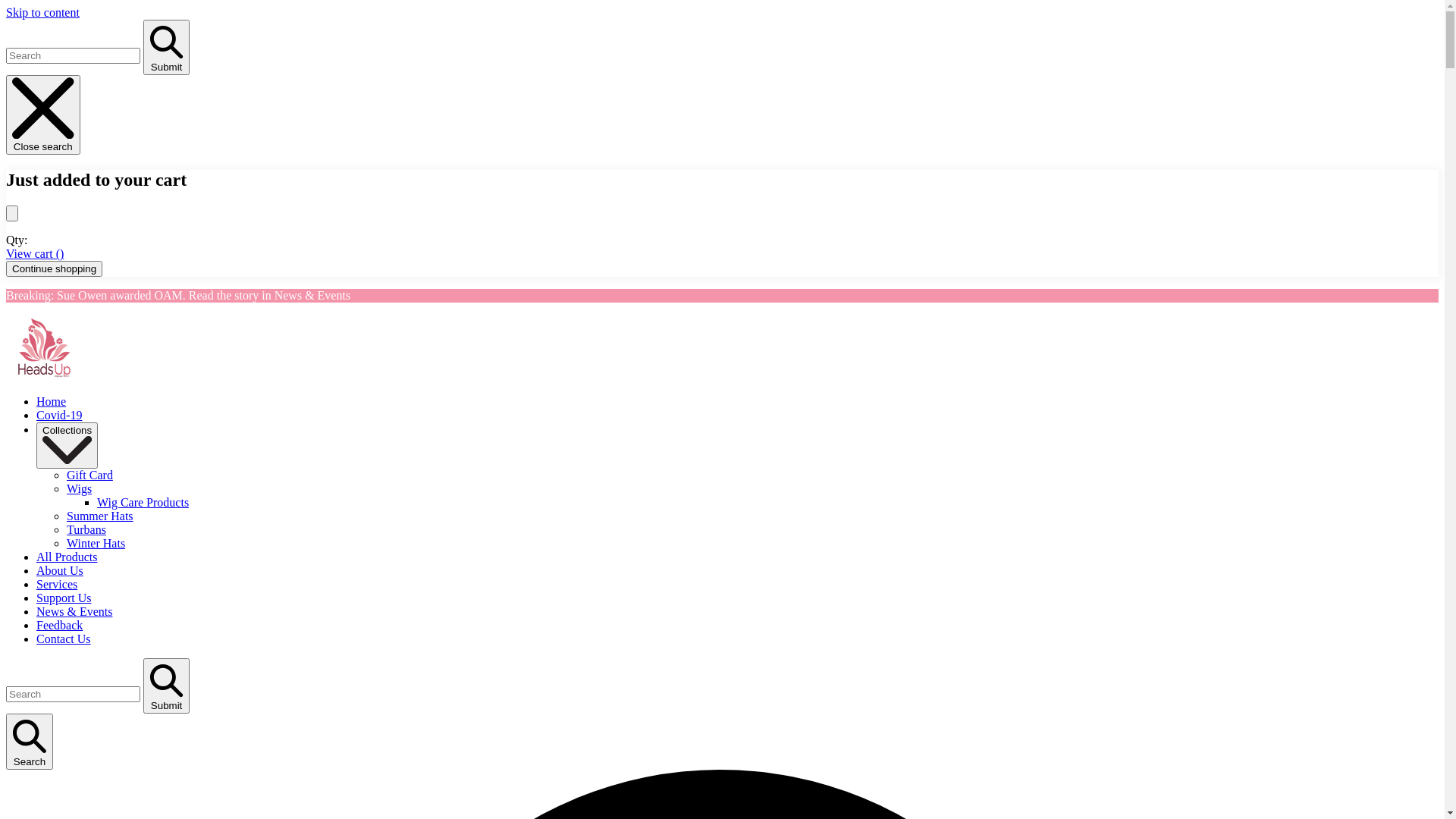 Image resolution: width=1456 pixels, height=819 pixels. I want to click on 'About Us', so click(59, 570).